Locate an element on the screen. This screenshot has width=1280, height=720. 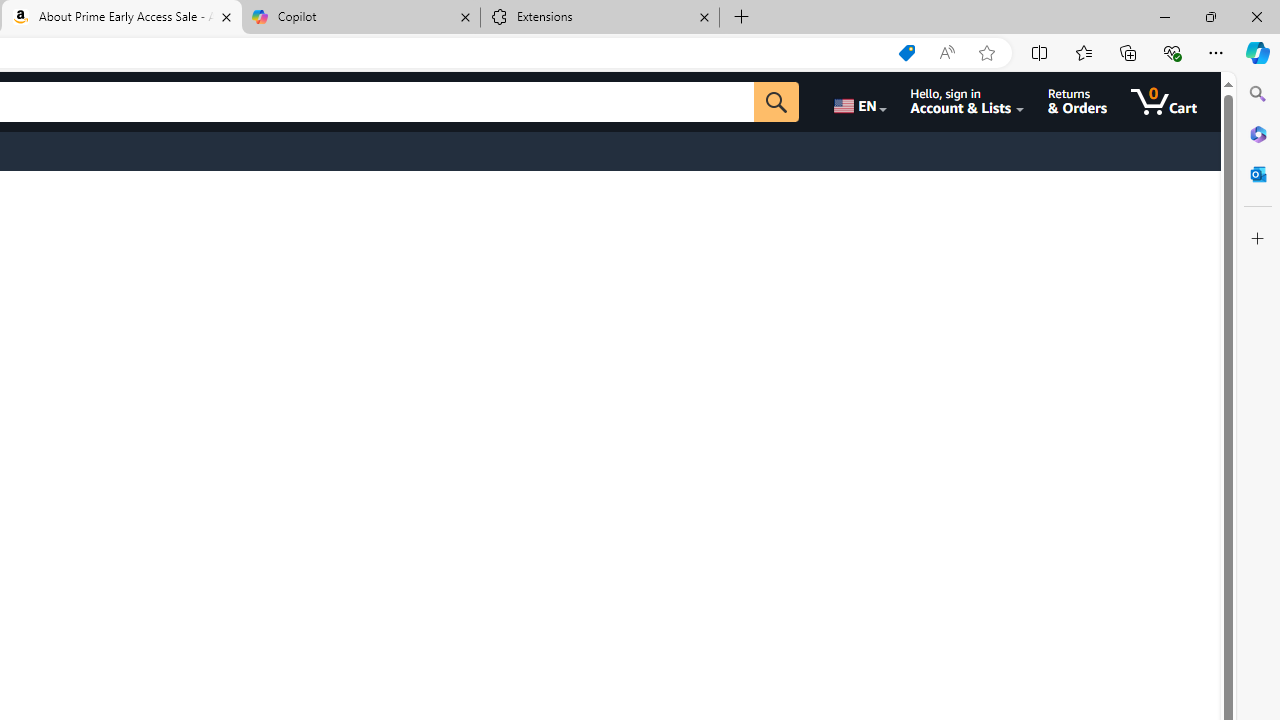
'Shopping in Microsoft Edge' is located at coordinates (905, 52).